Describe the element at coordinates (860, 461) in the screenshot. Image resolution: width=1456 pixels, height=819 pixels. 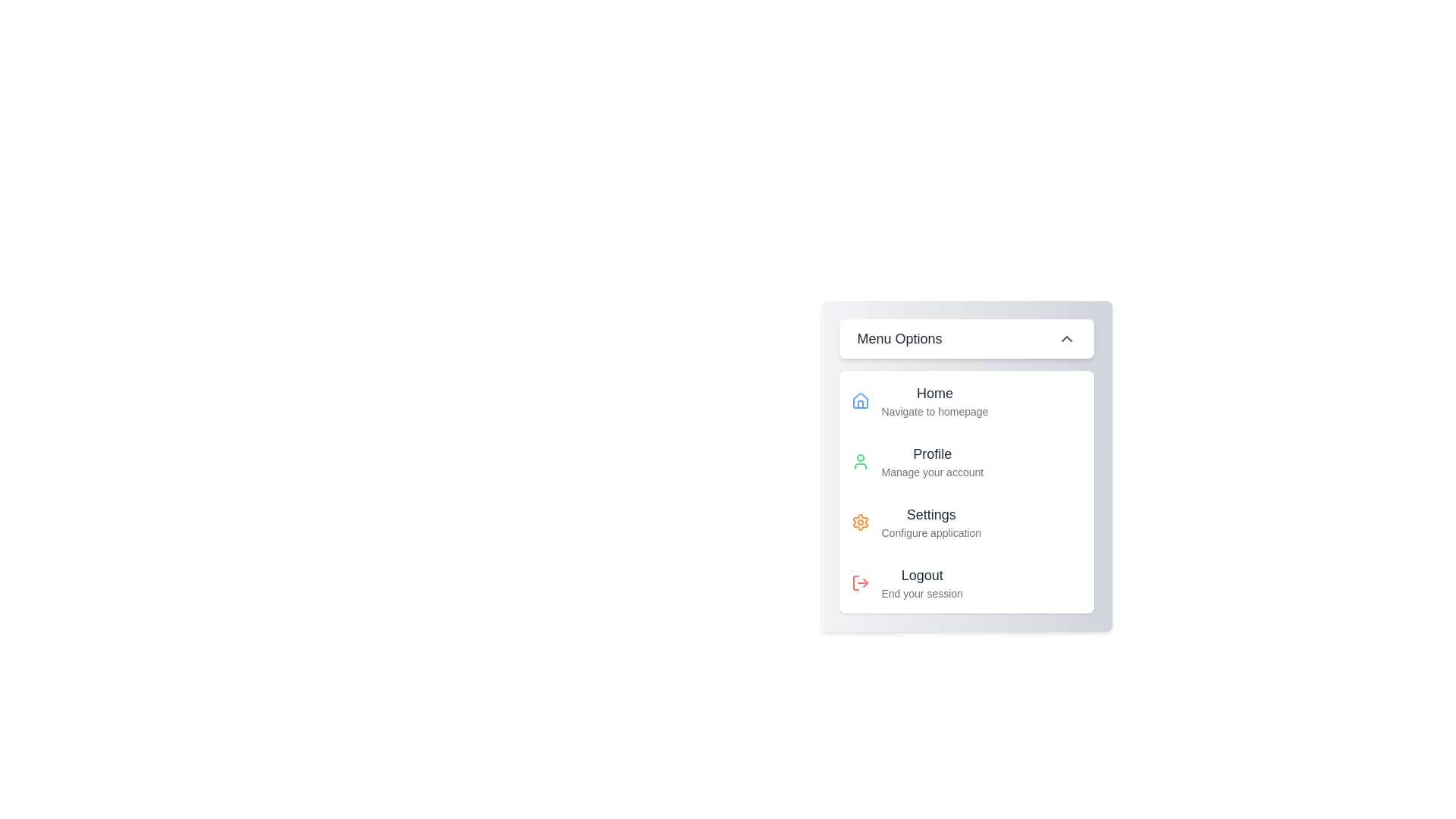
I see `the user profile icon in the 'Profile' section of the menu list, which is depicted in a line-art style with a green stroke color` at that location.